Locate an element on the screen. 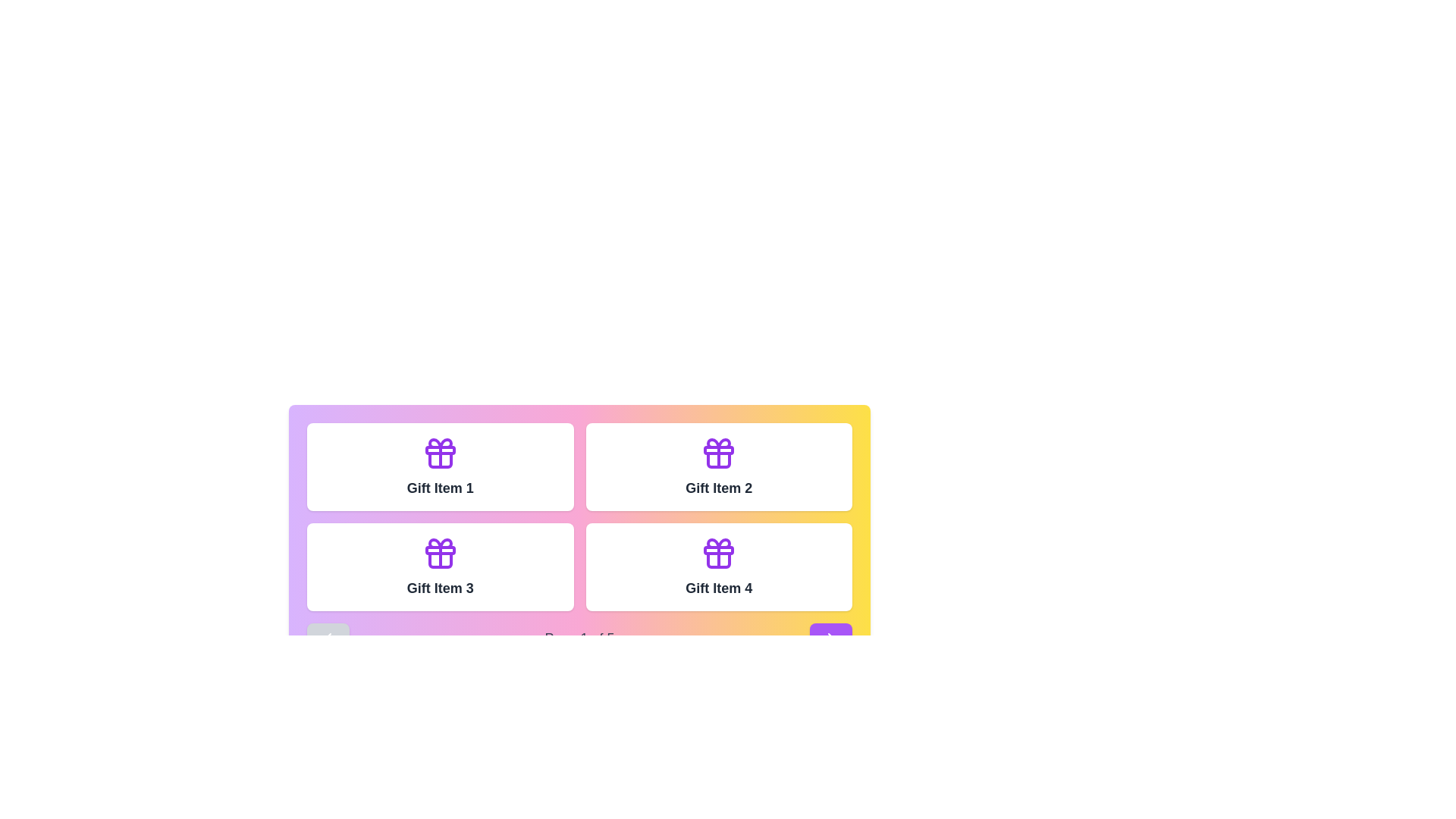 Image resolution: width=1456 pixels, height=819 pixels. the right-pointing chevron icon located within the purple button in the lower-right corner of the interface is located at coordinates (830, 638).